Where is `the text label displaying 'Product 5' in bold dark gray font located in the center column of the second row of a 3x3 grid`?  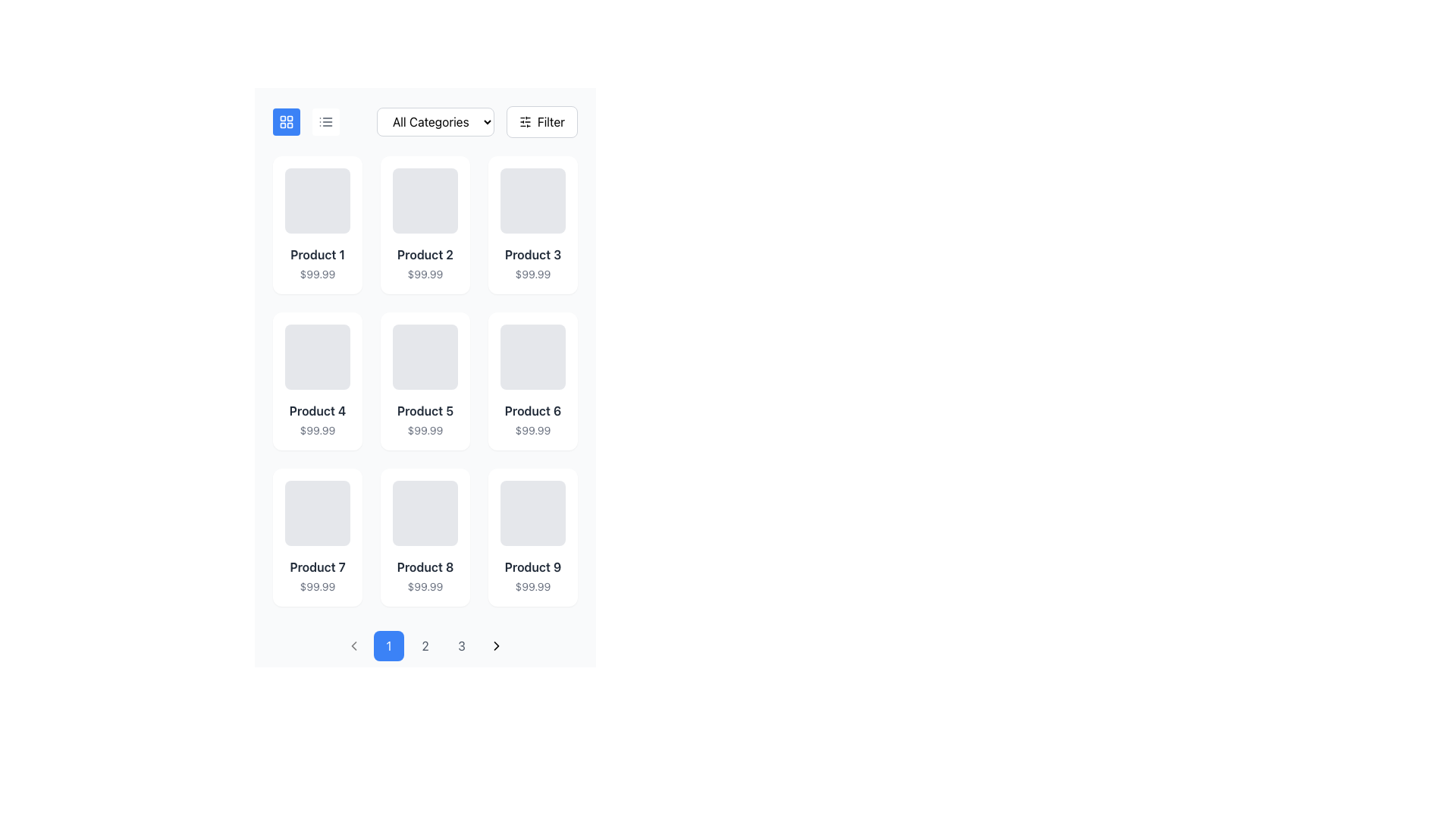 the text label displaying 'Product 5' in bold dark gray font located in the center column of the second row of a 3x3 grid is located at coordinates (425, 411).